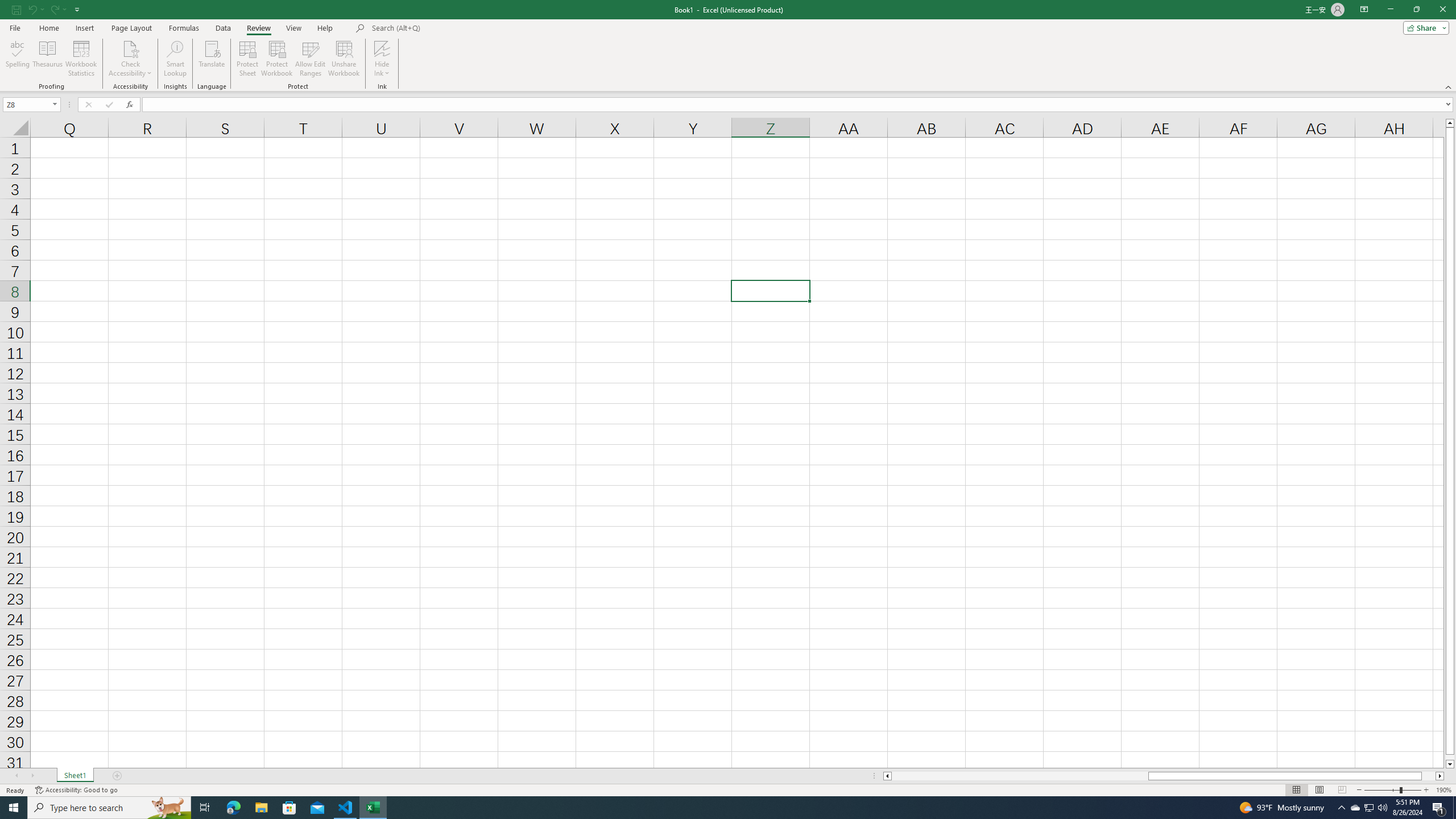 This screenshot has width=1456, height=819. I want to click on 'Thesaurus...', so click(47, 59).